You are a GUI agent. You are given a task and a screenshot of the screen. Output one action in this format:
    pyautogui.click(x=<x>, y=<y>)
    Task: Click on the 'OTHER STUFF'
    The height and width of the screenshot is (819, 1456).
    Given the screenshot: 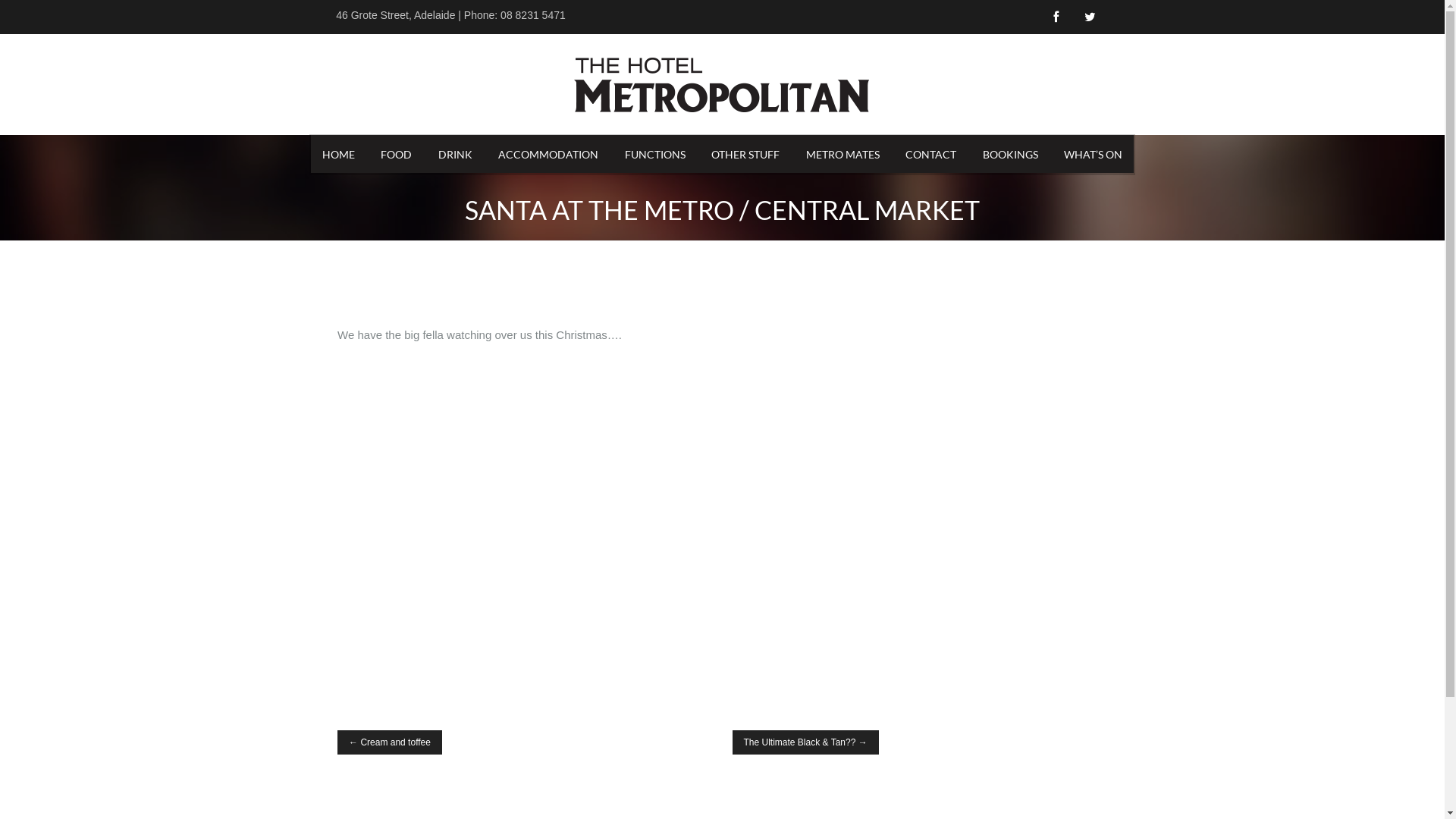 What is the action you would take?
    pyautogui.click(x=698, y=154)
    